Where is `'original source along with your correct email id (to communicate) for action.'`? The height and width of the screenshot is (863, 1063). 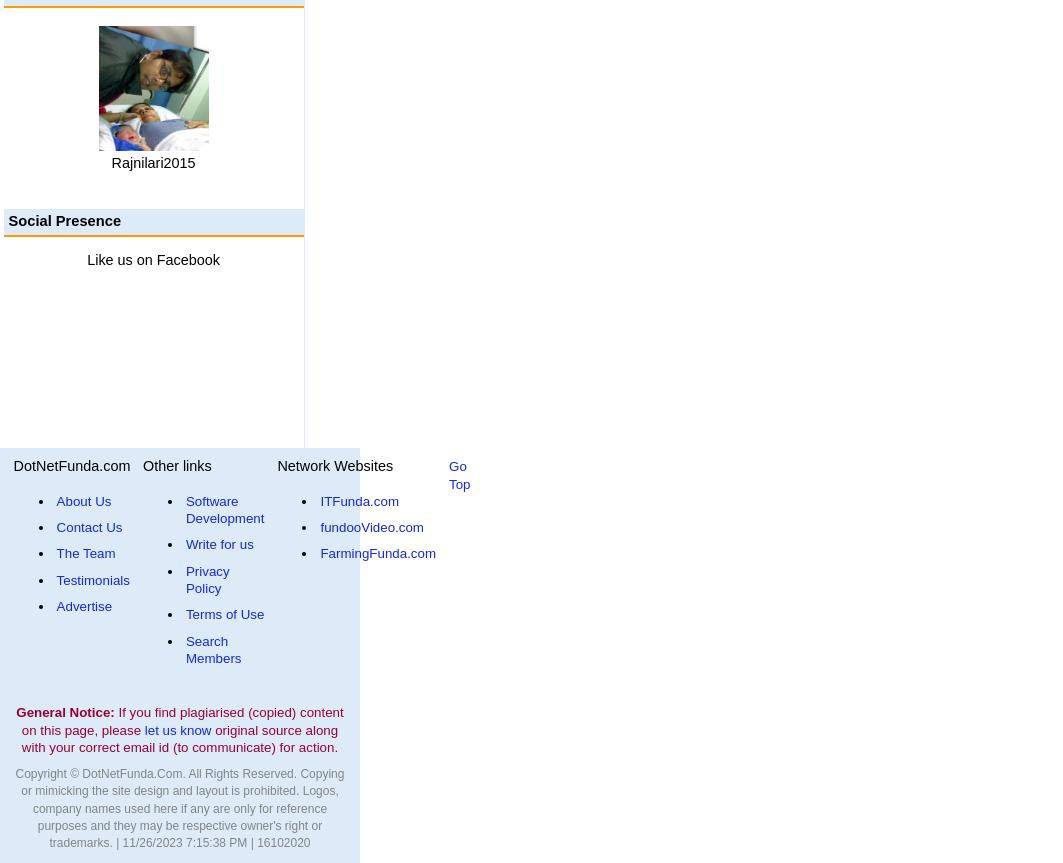 'original source along with your correct email id (to communicate) for action.' is located at coordinates (179, 738).